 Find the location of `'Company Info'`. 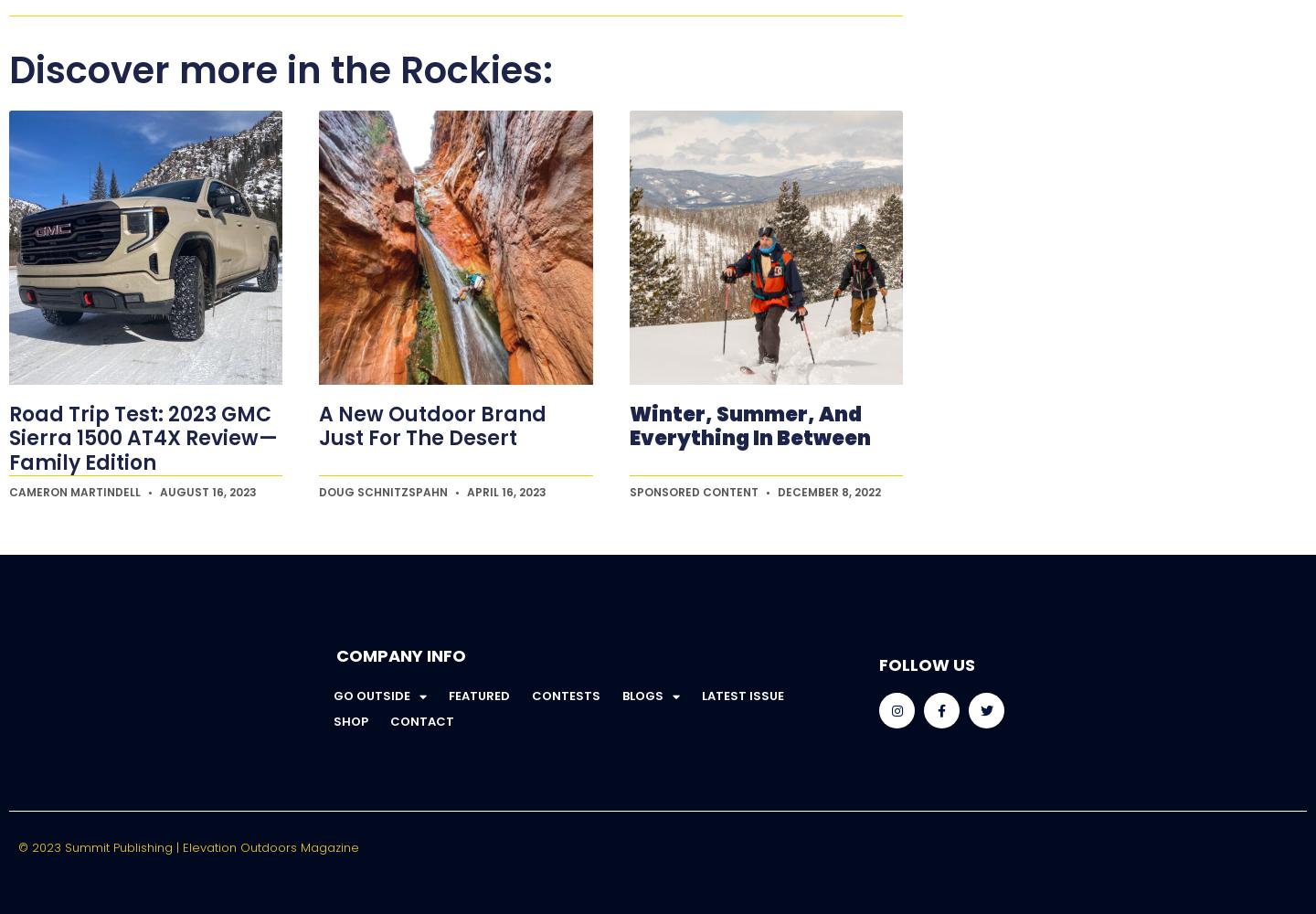

'Company Info' is located at coordinates (334, 654).